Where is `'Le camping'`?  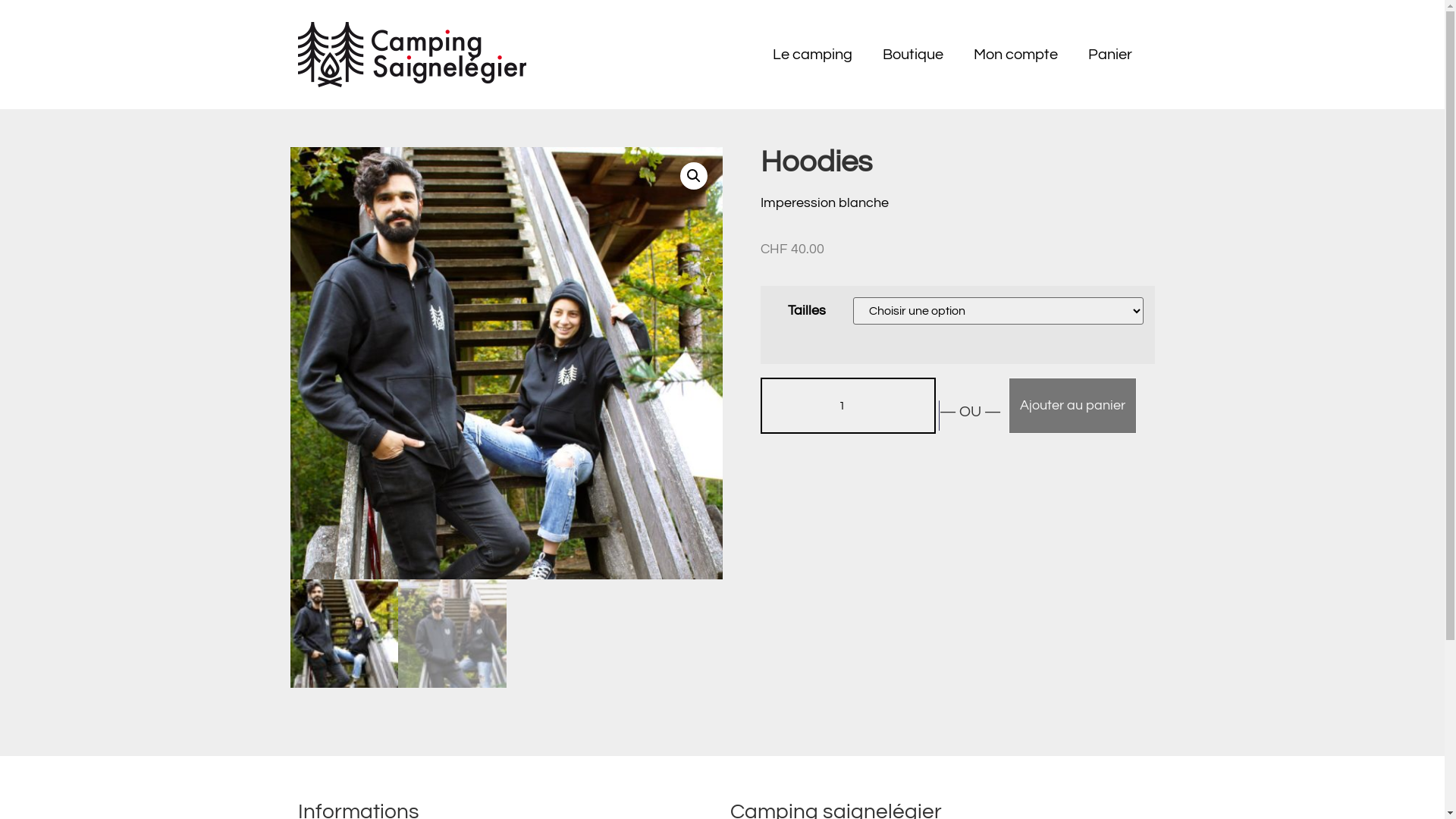
'Le camping' is located at coordinates (811, 54).